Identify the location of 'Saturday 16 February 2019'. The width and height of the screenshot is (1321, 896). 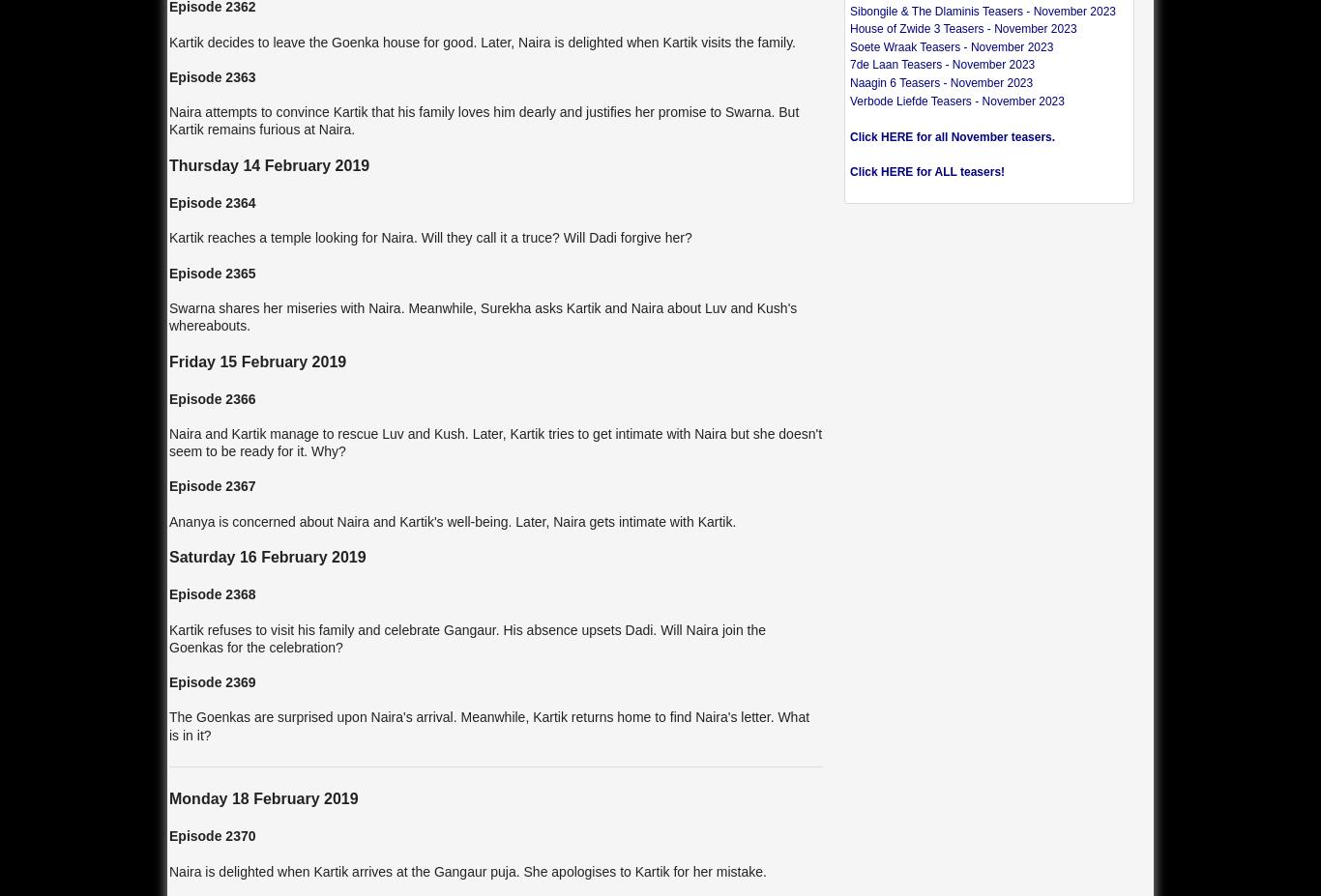
(267, 557).